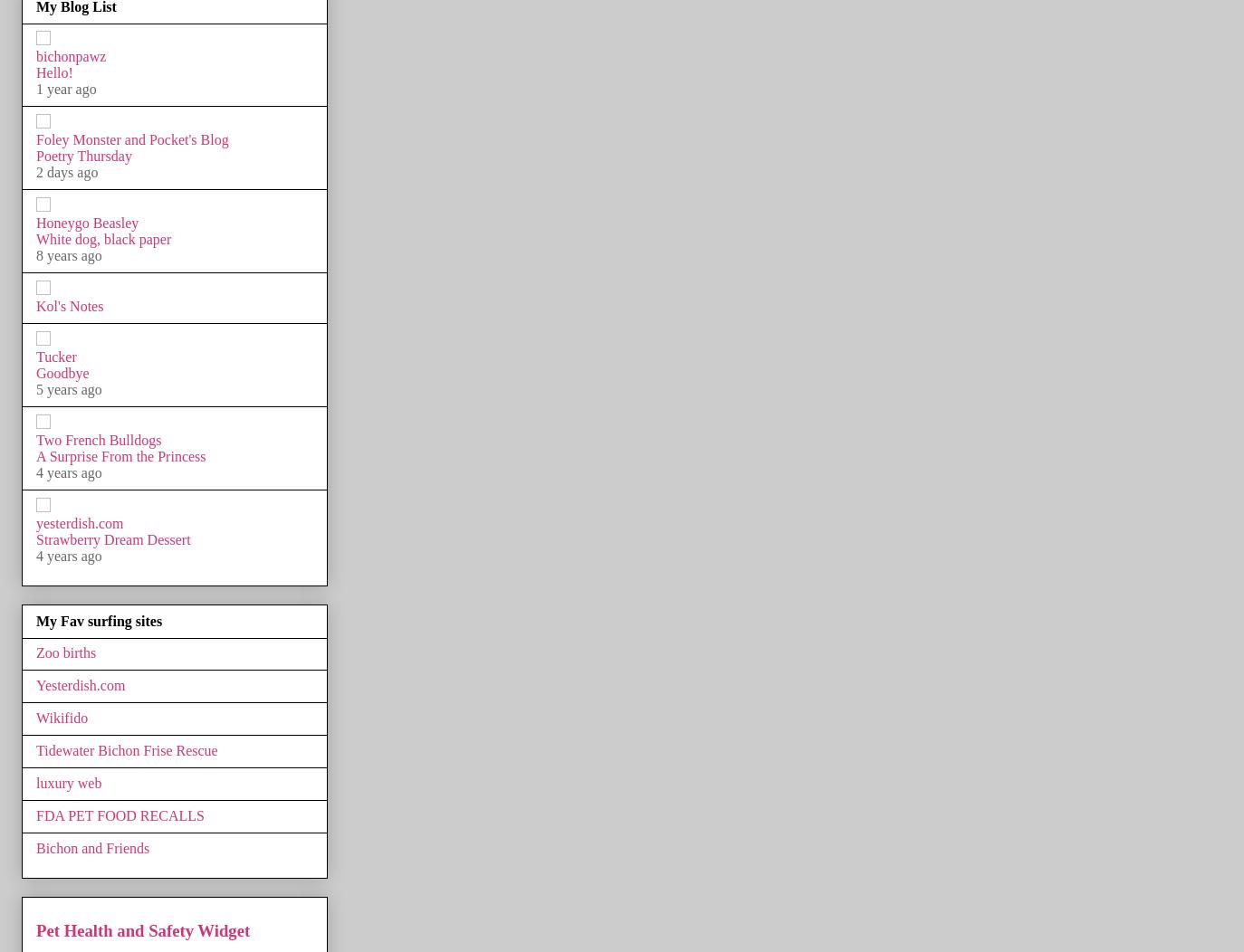 This screenshot has width=1244, height=952. What do you see at coordinates (67, 387) in the screenshot?
I see `'5 years ago'` at bounding box center [67, 387].